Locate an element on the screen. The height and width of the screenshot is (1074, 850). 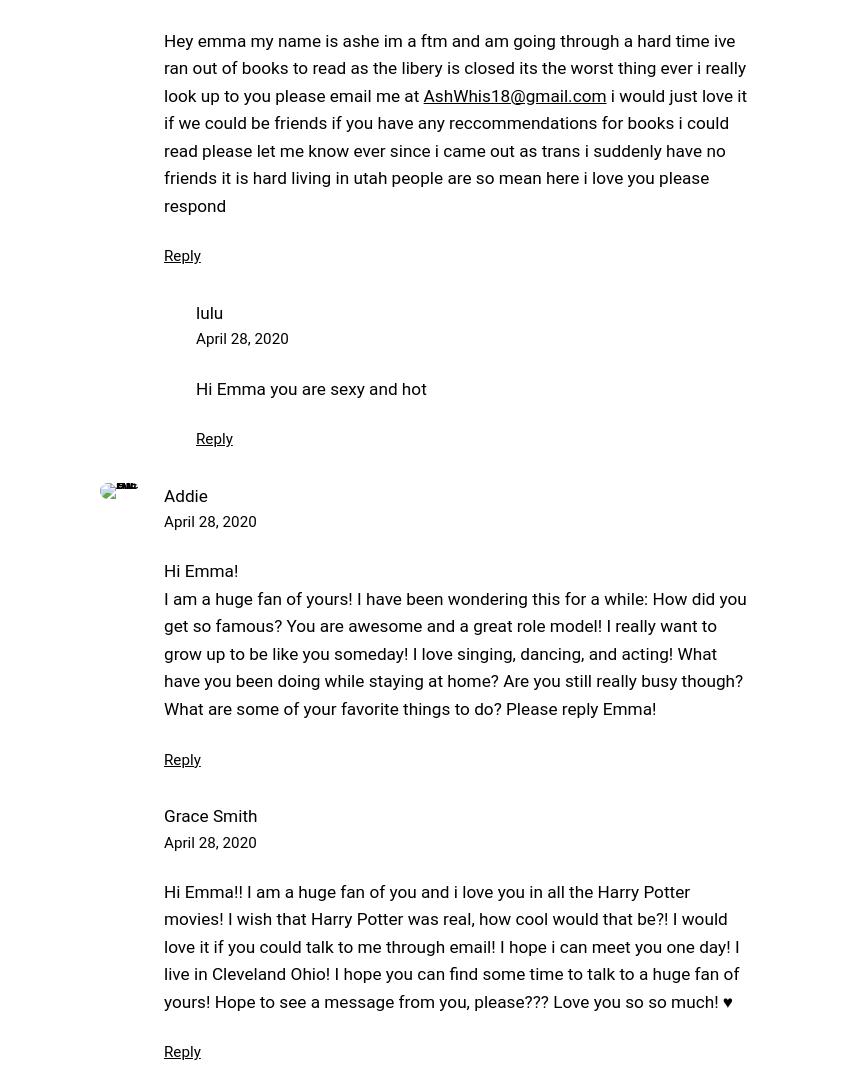
'AshWhis18@gmail.com' is located at coordinates (513, 95).